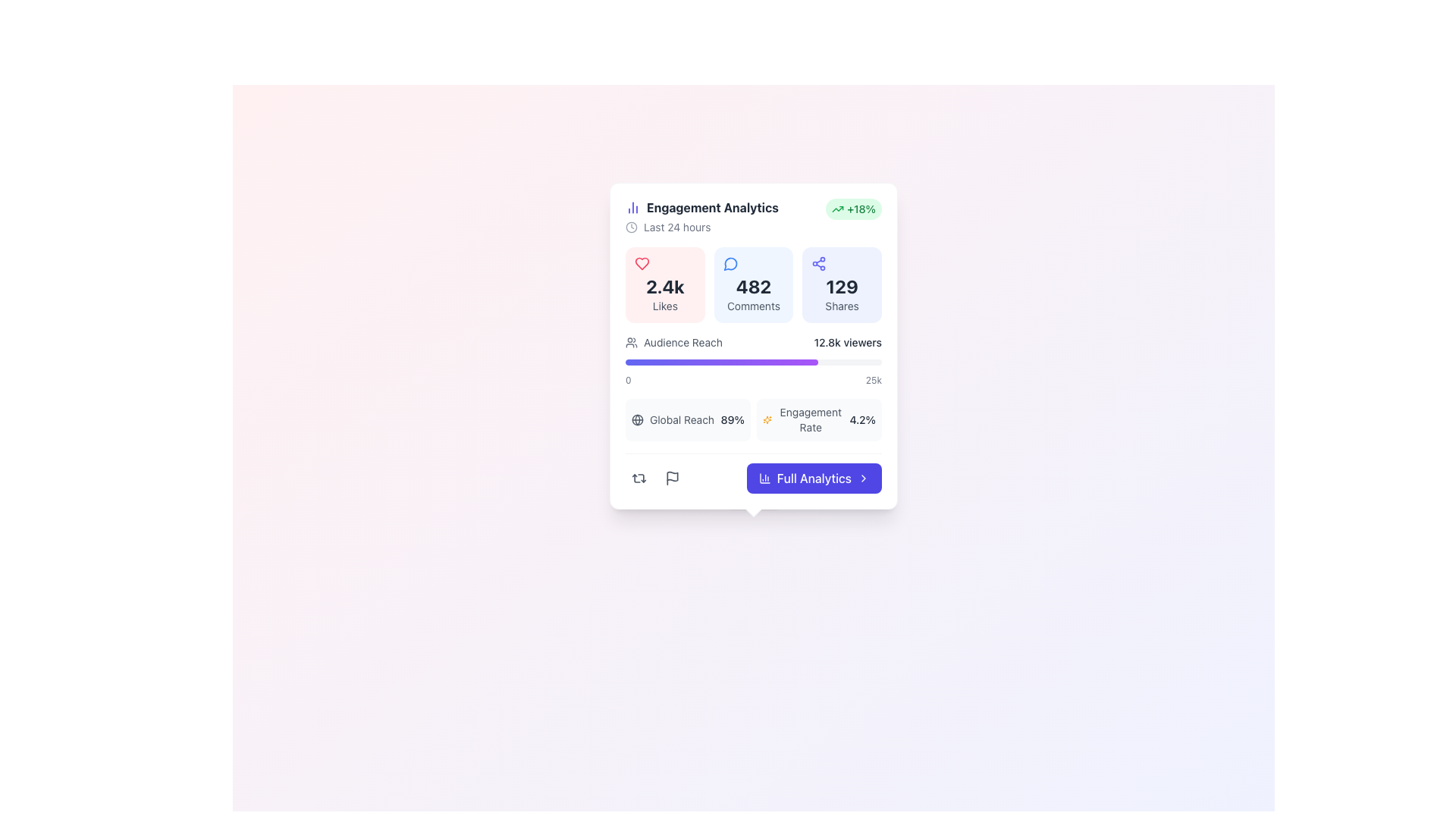 The image size is (1456, 819). What do you see at coordinates (841, 284) in the screenshot?
I see `the Informational statistic block displaying the count '129', which is located in the rightmost column of the 'Engagement Analytics' card, below the '482 Comments' block` at bounding box center [841, 284].